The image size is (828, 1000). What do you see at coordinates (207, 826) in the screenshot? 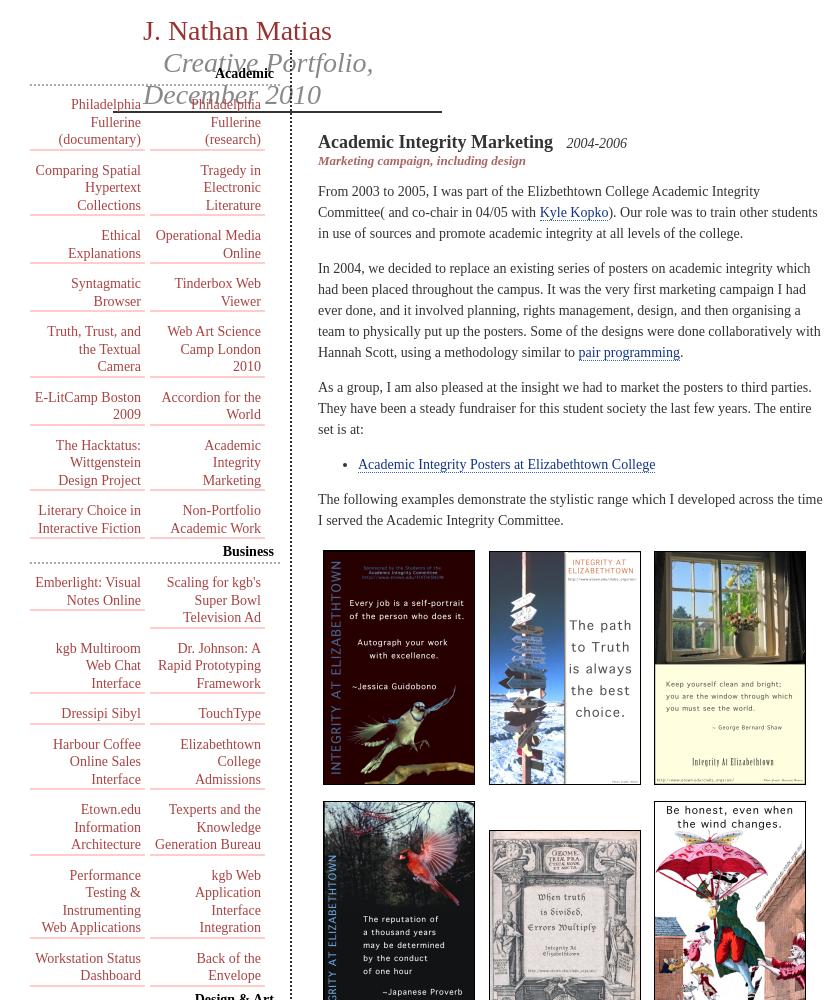
I see `'Texperts and the Knowledge Generation Bureau'` at bounding box center [207, 826].